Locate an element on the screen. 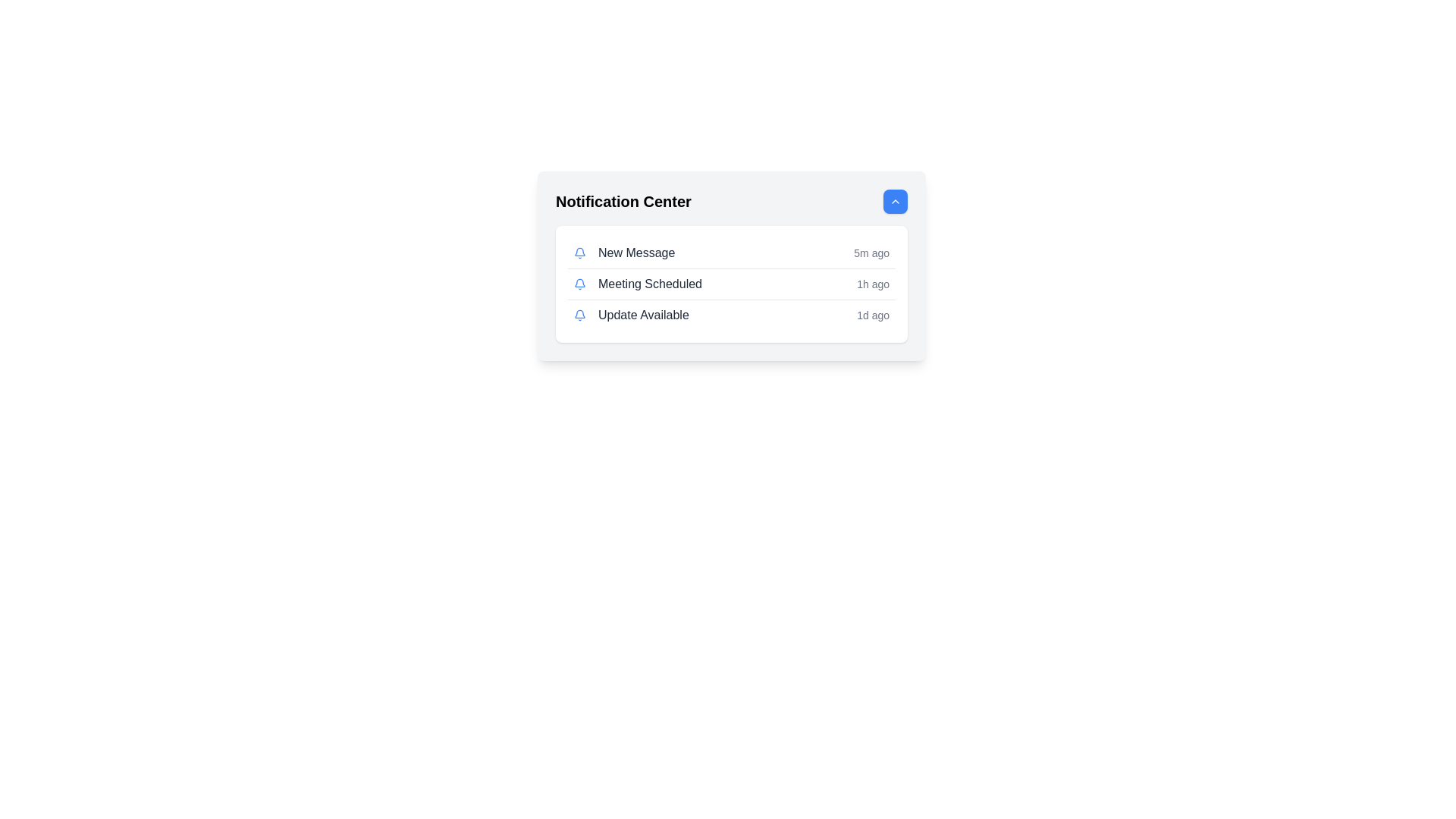  the static text label indicating the time elapsed since the notification was generated, which is part of the 'Update Available' notification entry located on the far right side next to the main text content is located at coordinates (873, 315).